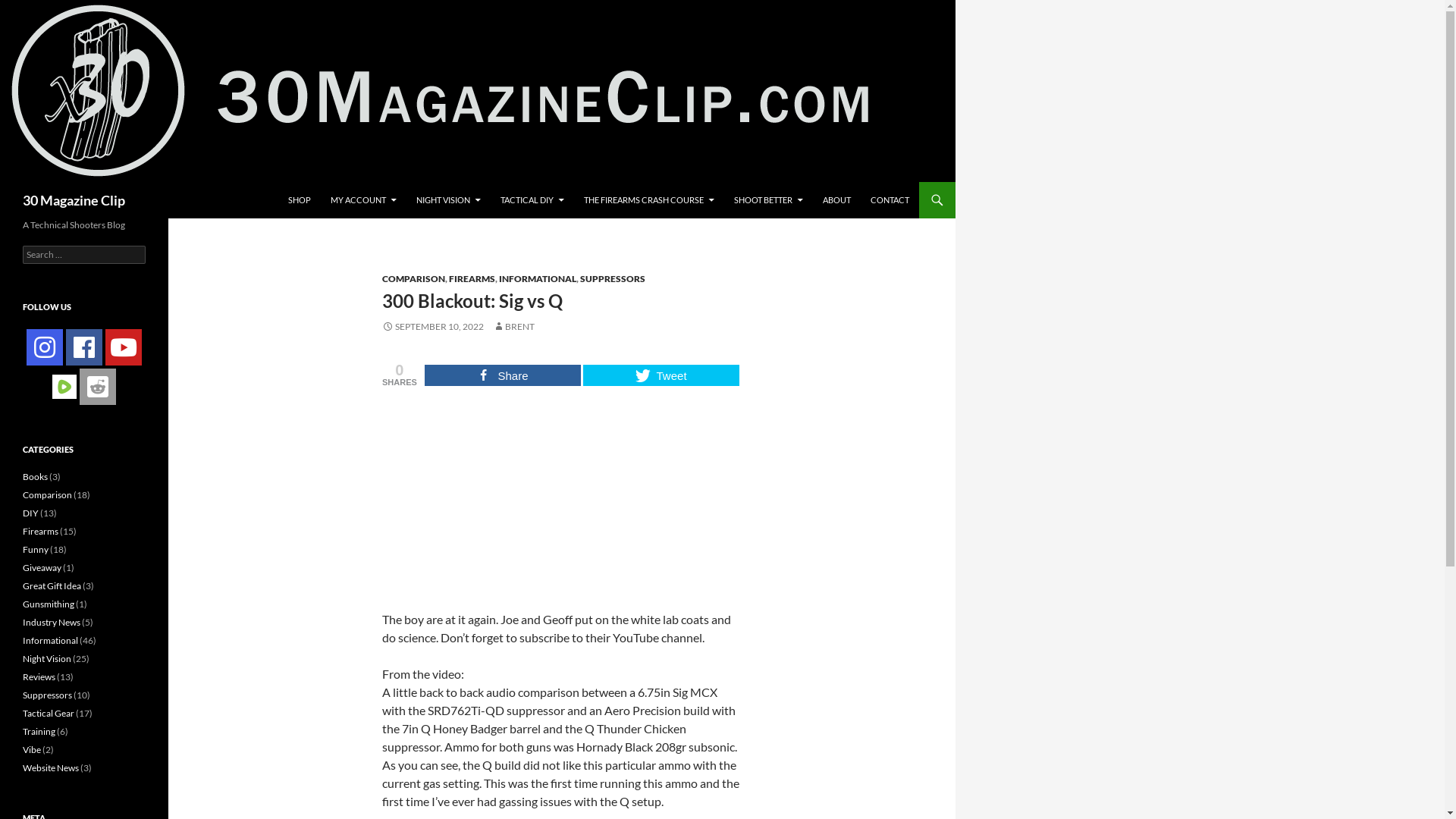 The width and height of the screenshot is (1456, 819). I want to click on 'SHOOT BETTER', so click(768, 199).